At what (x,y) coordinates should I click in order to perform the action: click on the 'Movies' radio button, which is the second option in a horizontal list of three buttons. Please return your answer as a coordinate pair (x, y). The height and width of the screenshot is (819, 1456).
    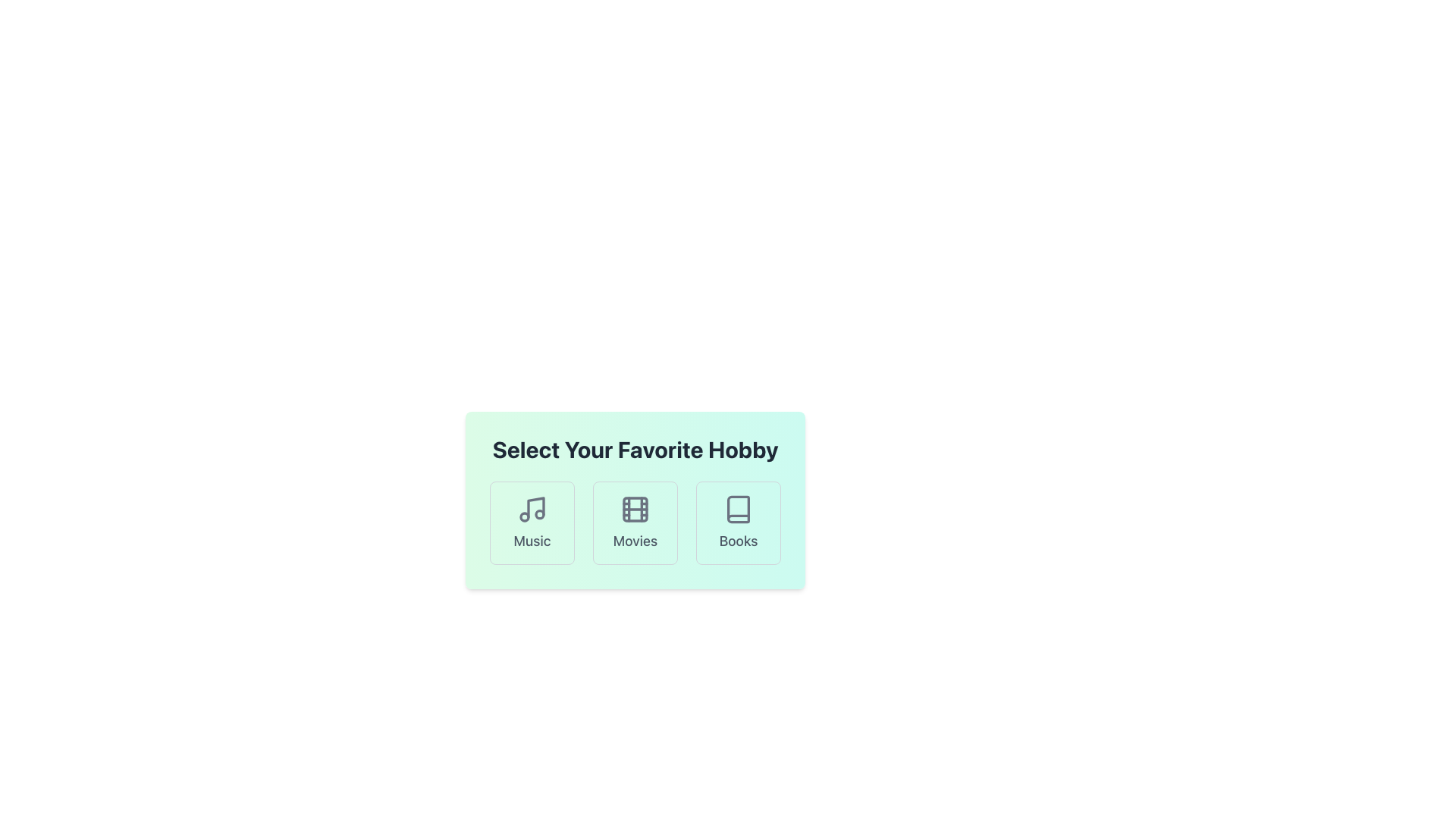
    Looking at the image, I should click on (635, 522).